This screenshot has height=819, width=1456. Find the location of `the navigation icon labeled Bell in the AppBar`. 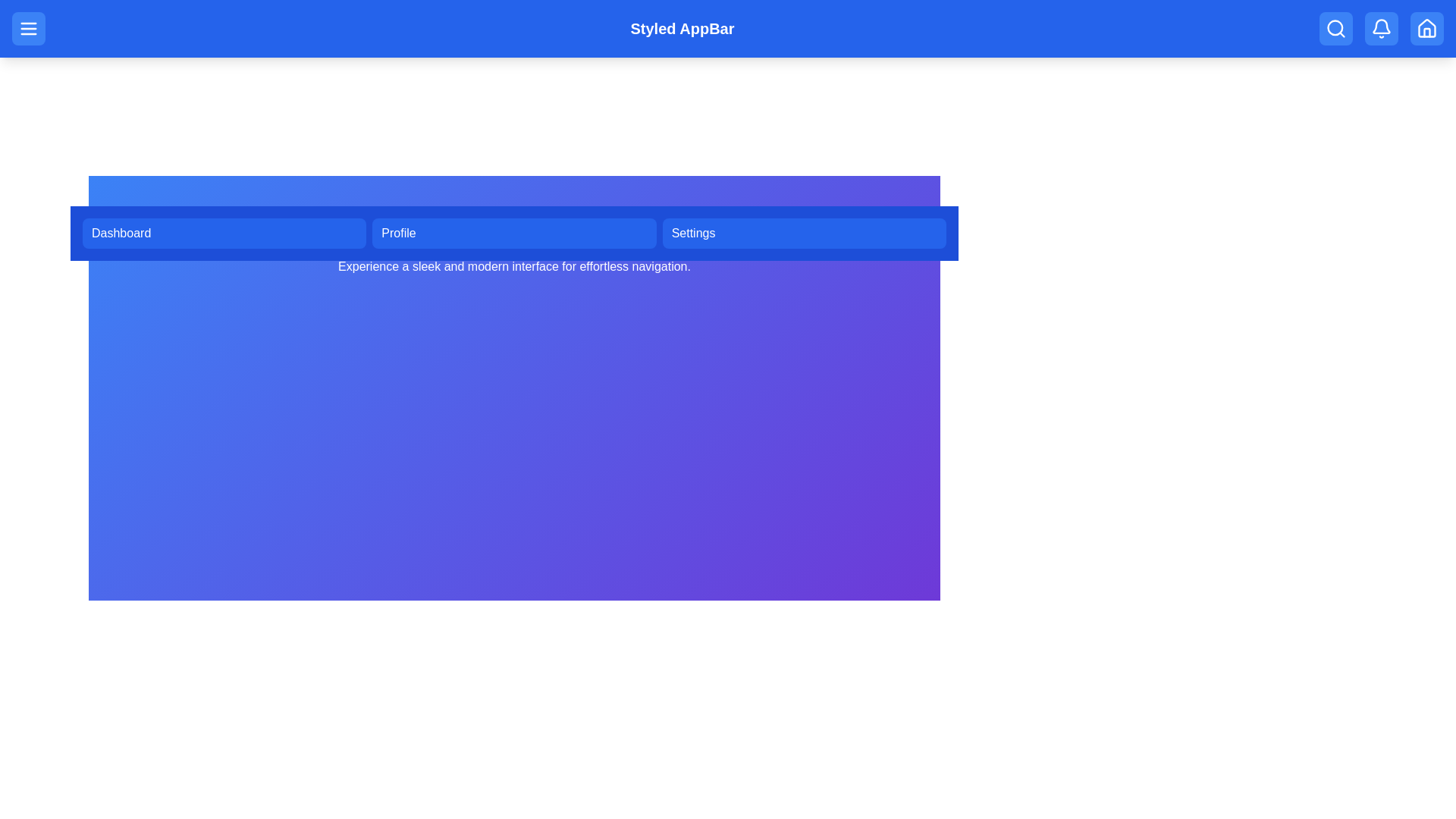

the navigation icon labeled Bell in the AppBar is located at coordinates (1382, 29).